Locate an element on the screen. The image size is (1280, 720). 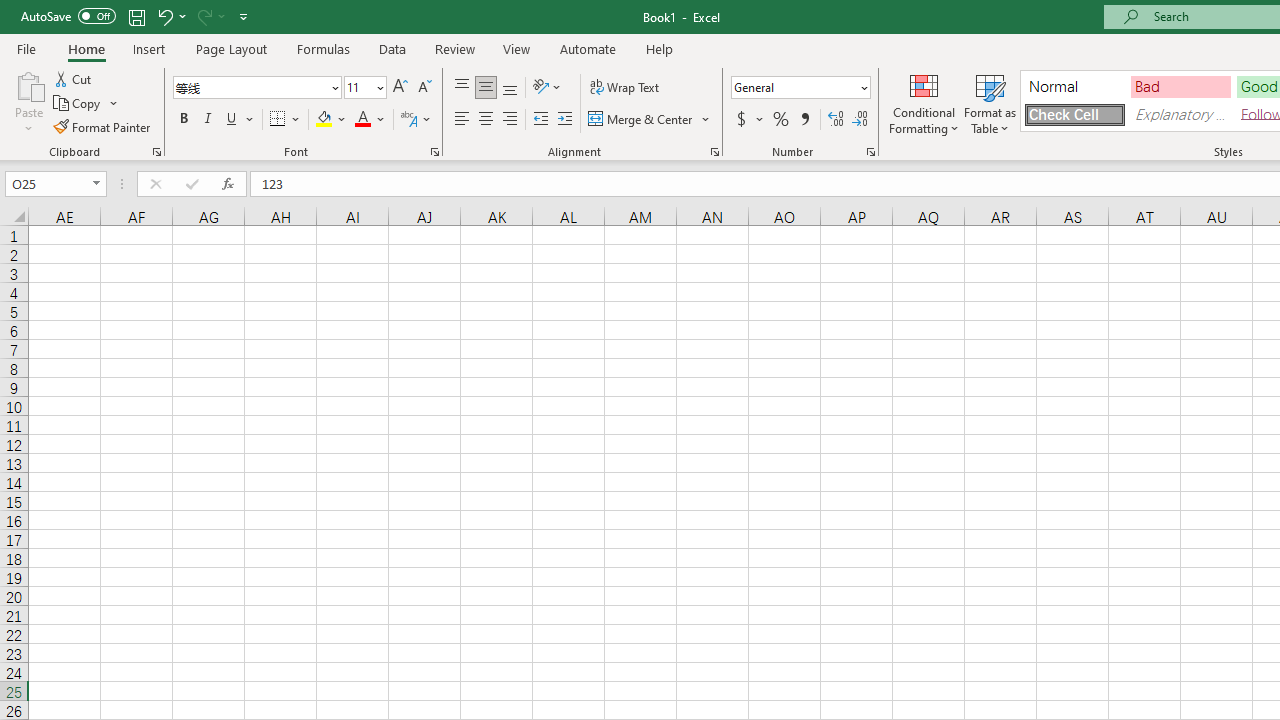
'Show Phonetic Field' is located at coordinates (415, 119).